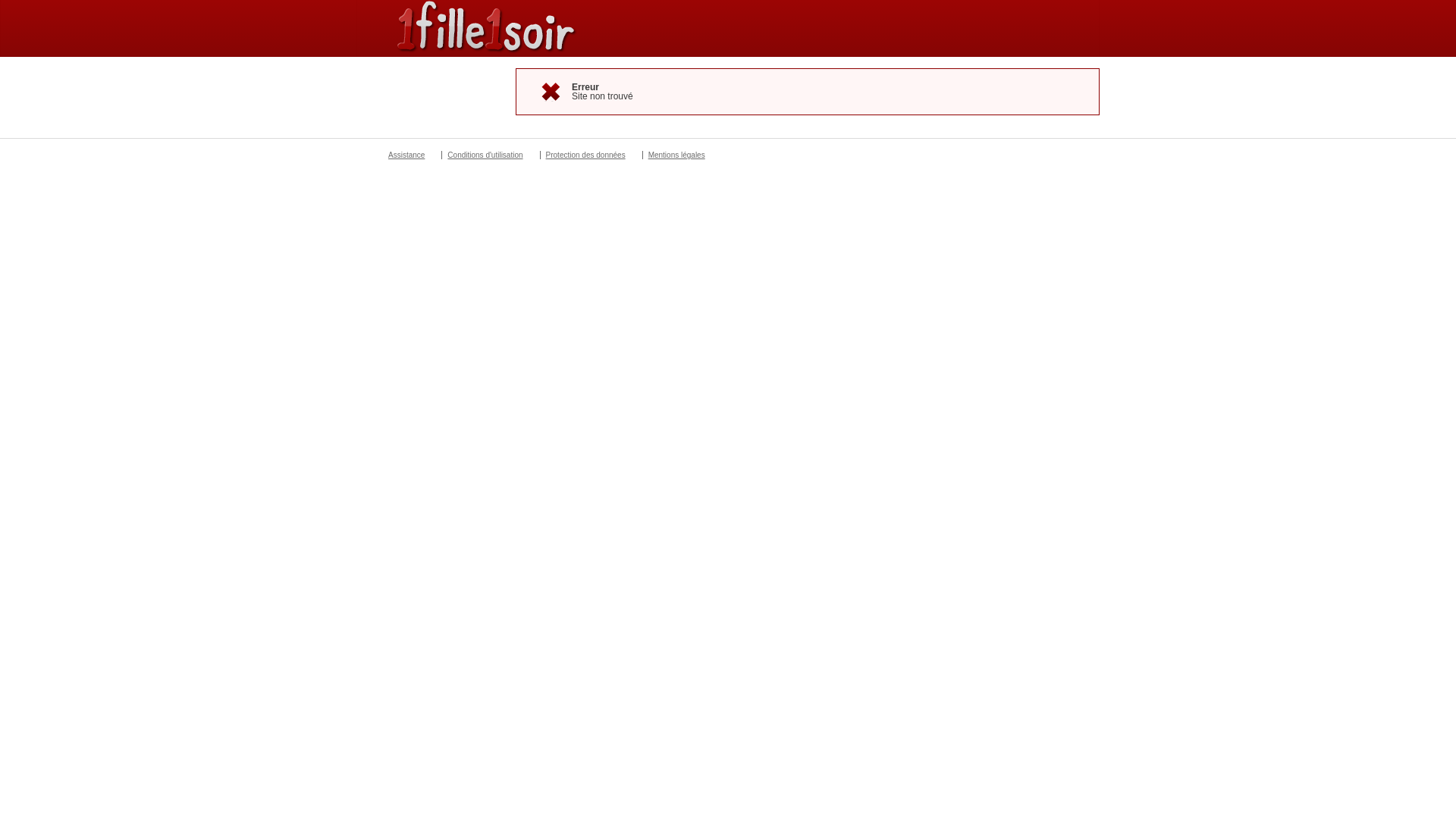 This screenshot has width=1456, height=819. Describe the element at coordinates (483, 155) in the screenshot. I see `'Conditions d'utilisation'` at that location.